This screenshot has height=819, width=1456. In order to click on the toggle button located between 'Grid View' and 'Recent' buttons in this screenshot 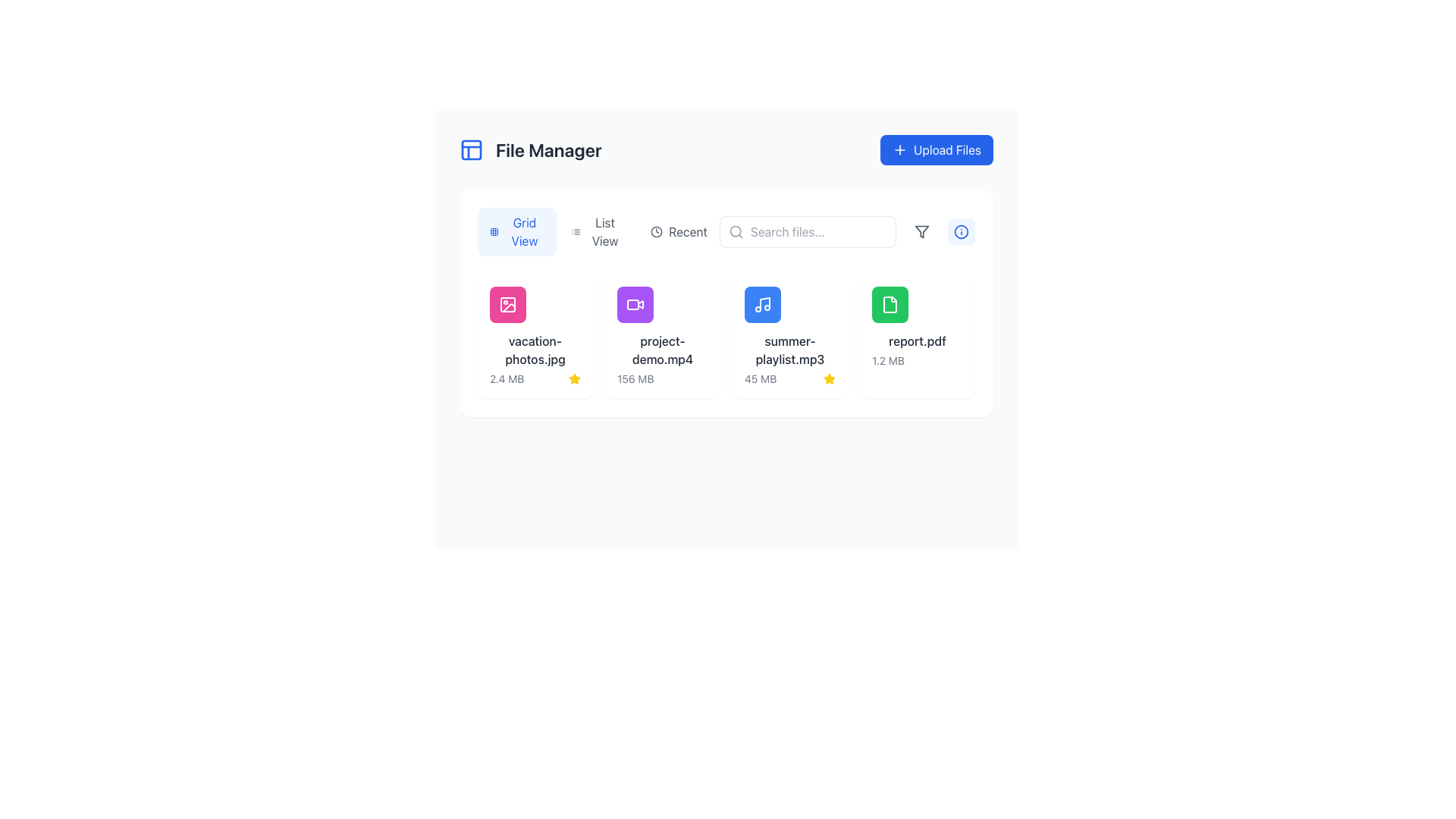, I will do `click(598, 231)`.